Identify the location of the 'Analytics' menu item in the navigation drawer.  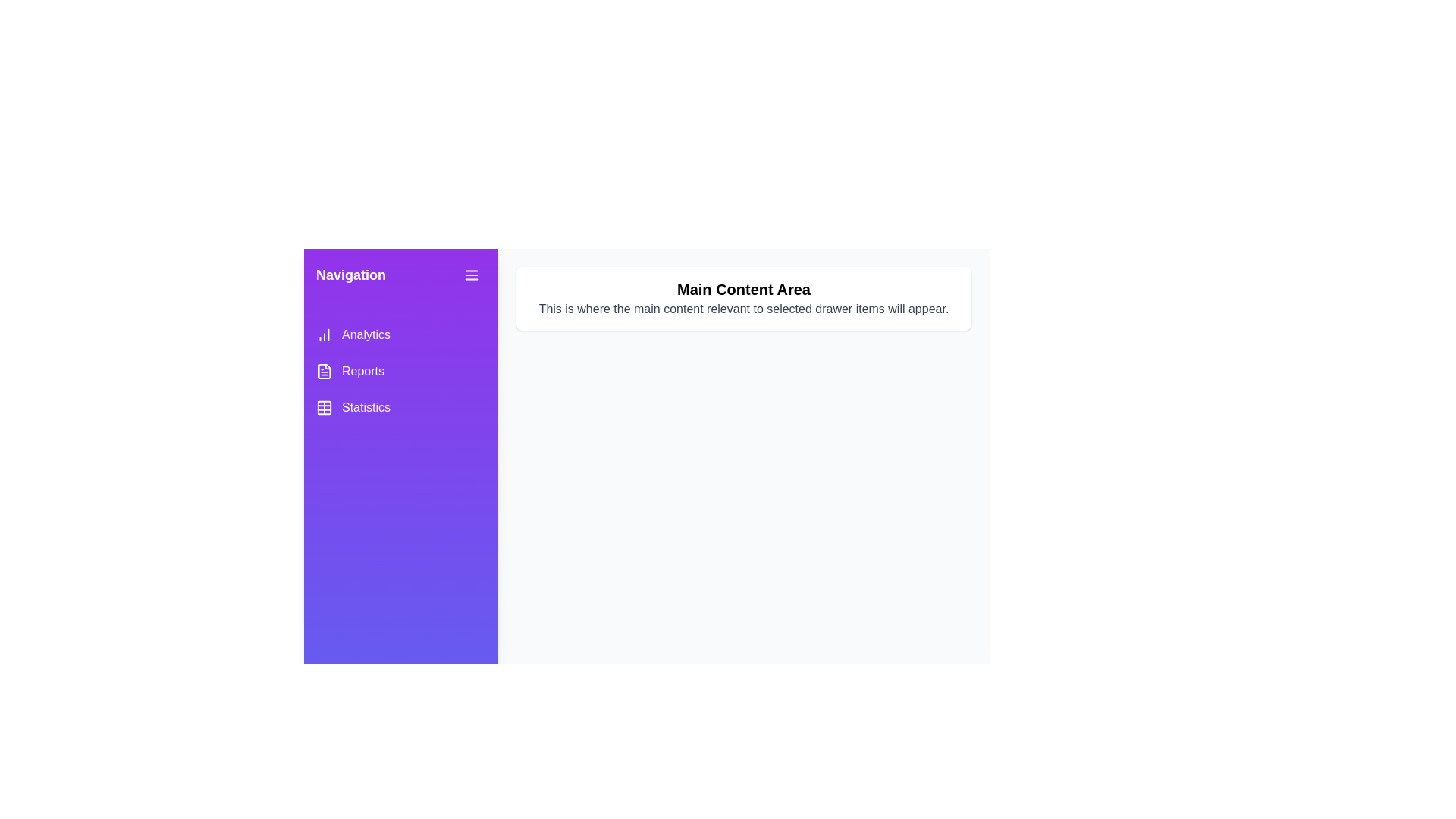
(400, 334).